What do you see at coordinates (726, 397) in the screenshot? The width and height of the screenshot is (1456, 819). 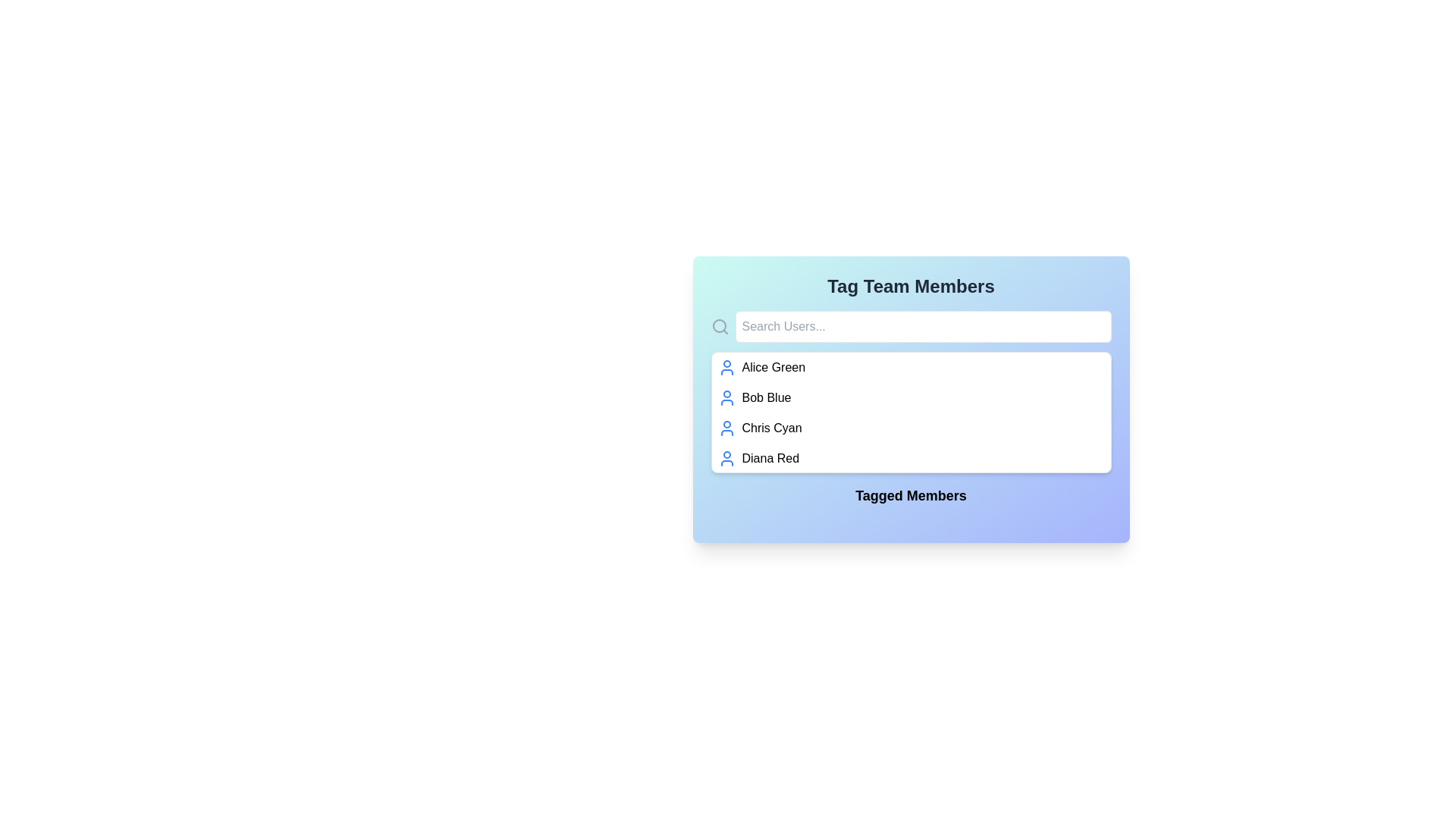 I see `the user profile icon located to the immediate left of the text 'Bob Blue' in the 'Tag Team Members' section` at bounding box center [726, 397].